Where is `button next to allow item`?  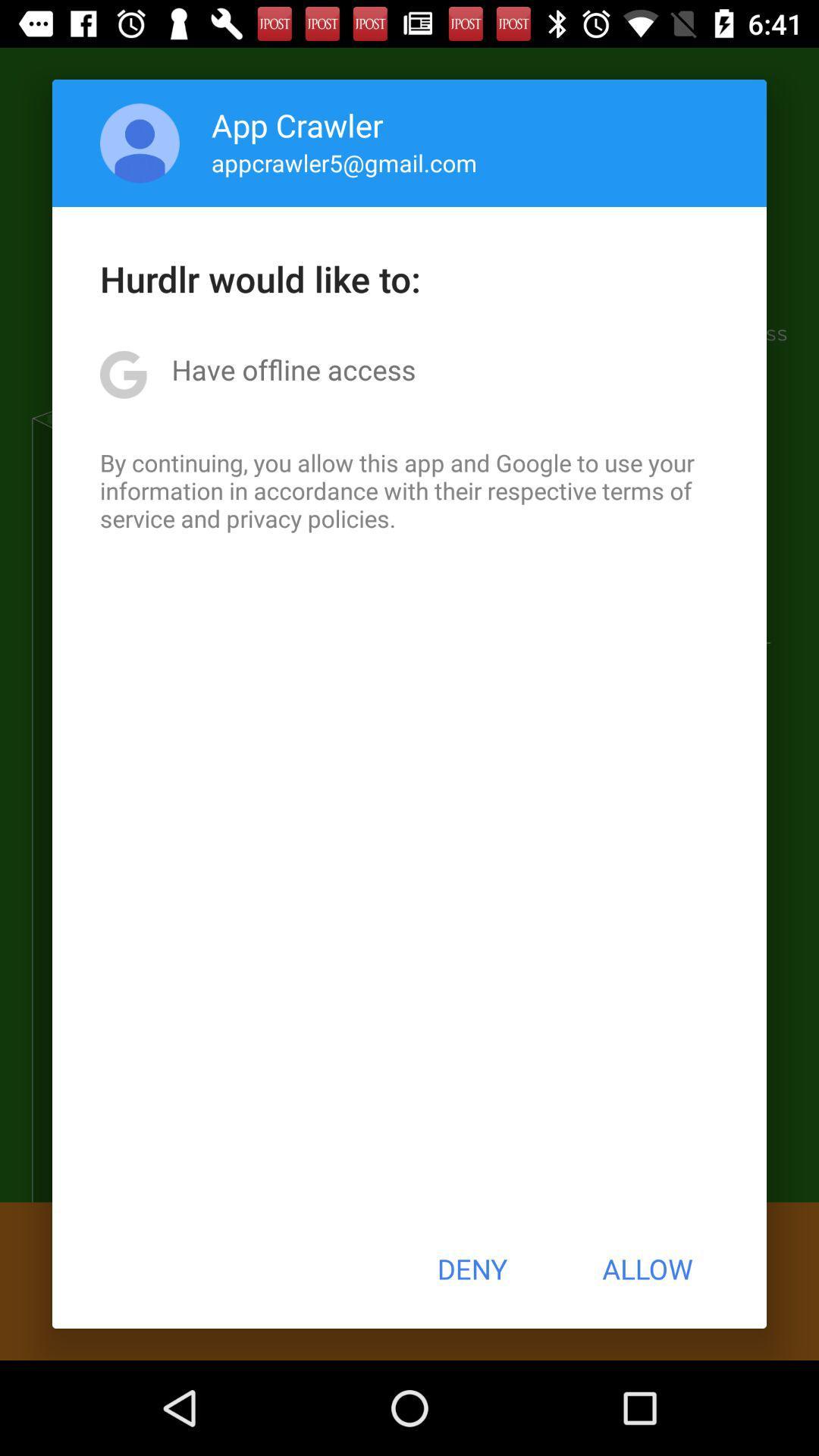
button next to allow item is located at coordinates (471, 1269).